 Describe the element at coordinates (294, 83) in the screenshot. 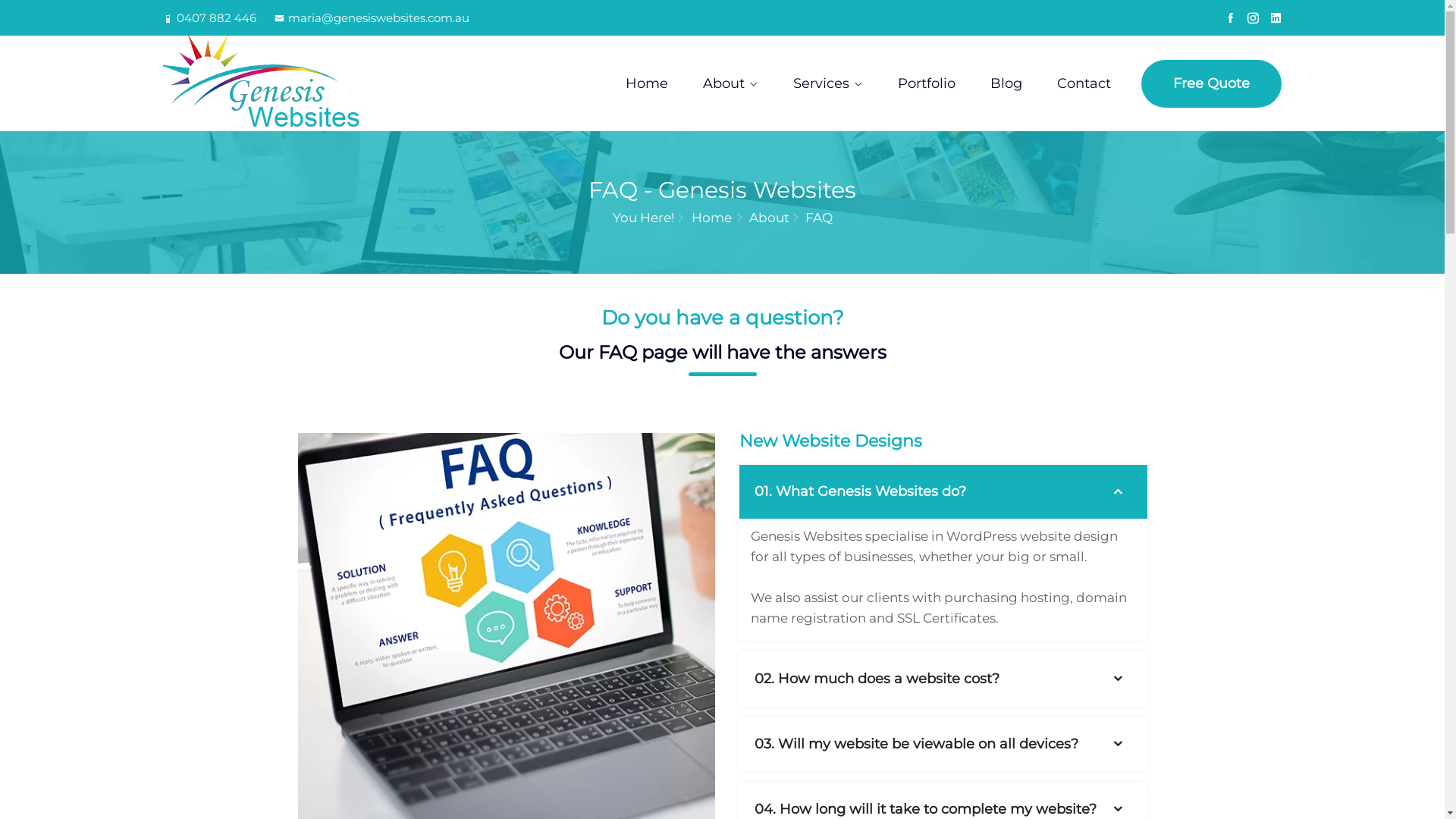

I see `'Genesis Websites'` at that location.